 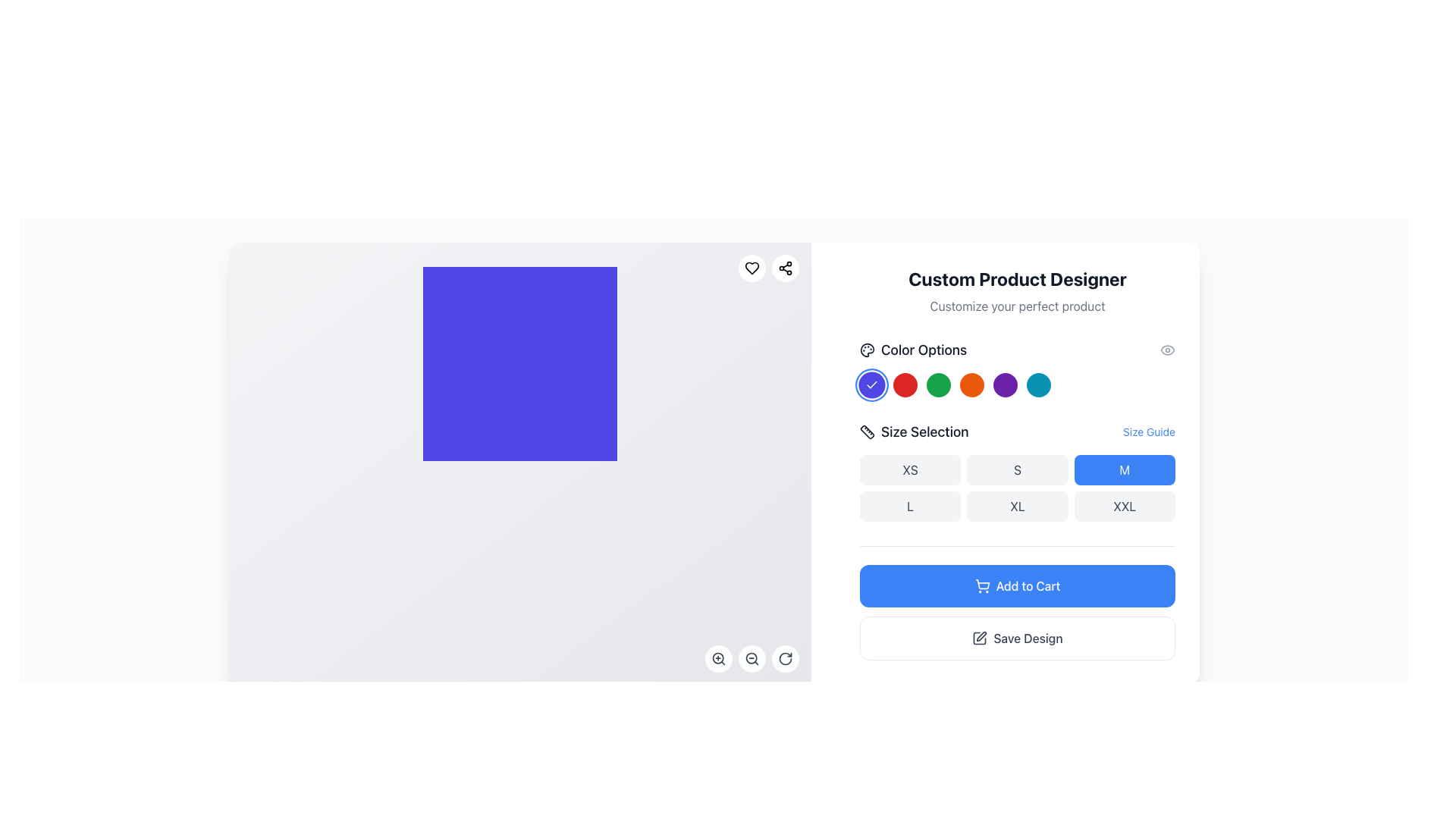 What do you see at coordinates (913, 432) in the screenshot?
I see `the heading element that labels the size selection area, positioned to the left of the 'Size Guide' link and above the size buttons` at bounding box center [913, 432].